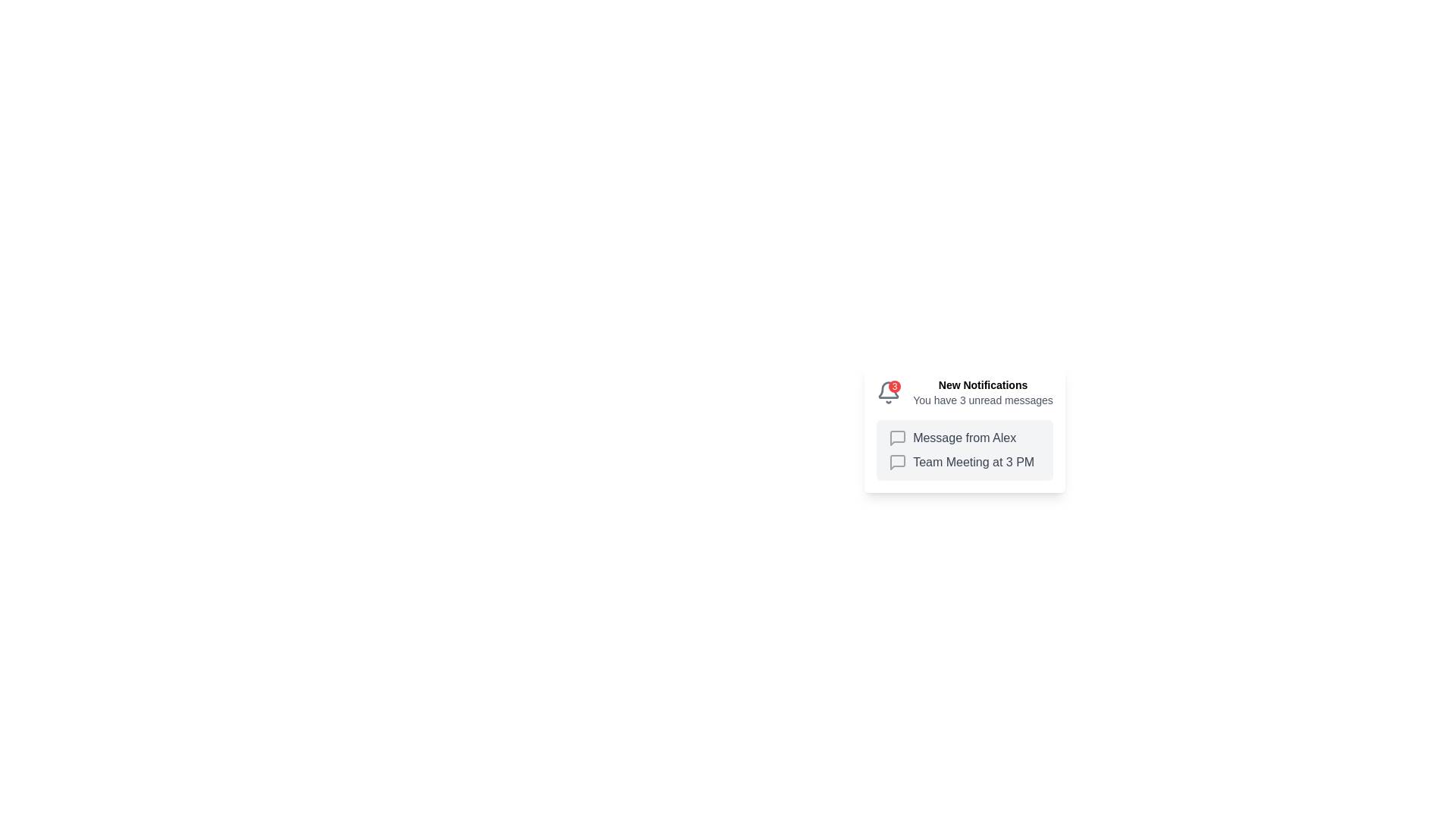 The image size is (1456, 819). I want to click on the speech bubble icon representing a message or note in the notification panel, located above the text 'Message from Alex' and to the left of the label in the notification card, so click(898, 438).